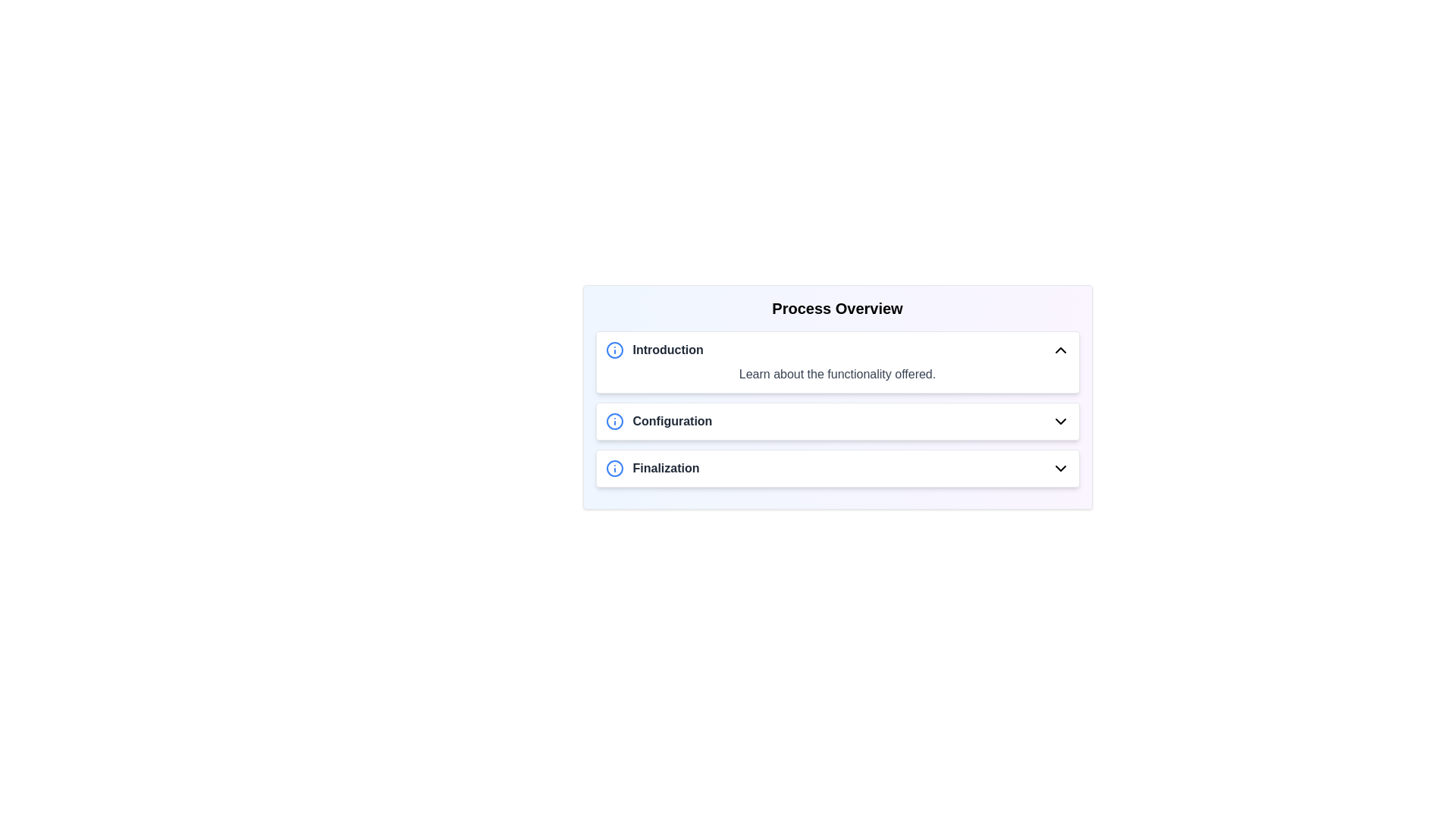 The width and height of the screenshot is (1456, 819). I want to click on the informational icon located to the left of the 'Configuration' text within the second item of the 'Process Overview' vertical list, so click(614, 421).